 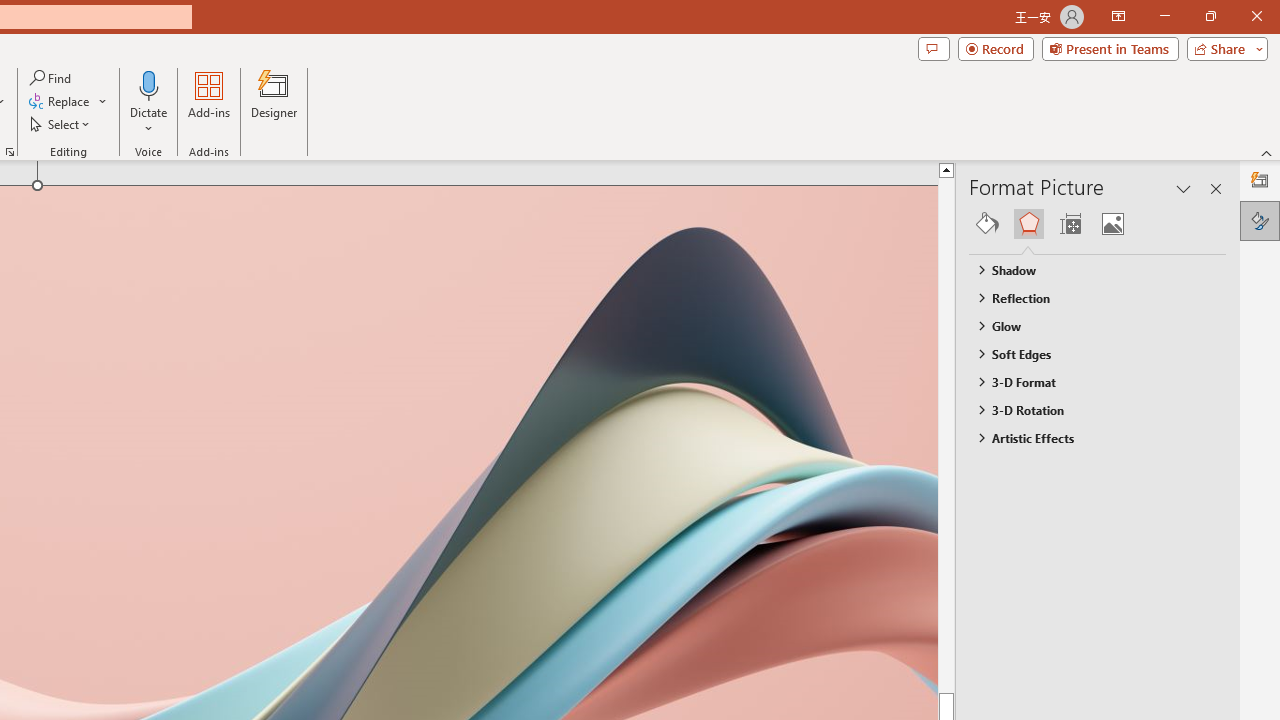 I want to click on 'Size & Properties', so click(x=1069, y=223).